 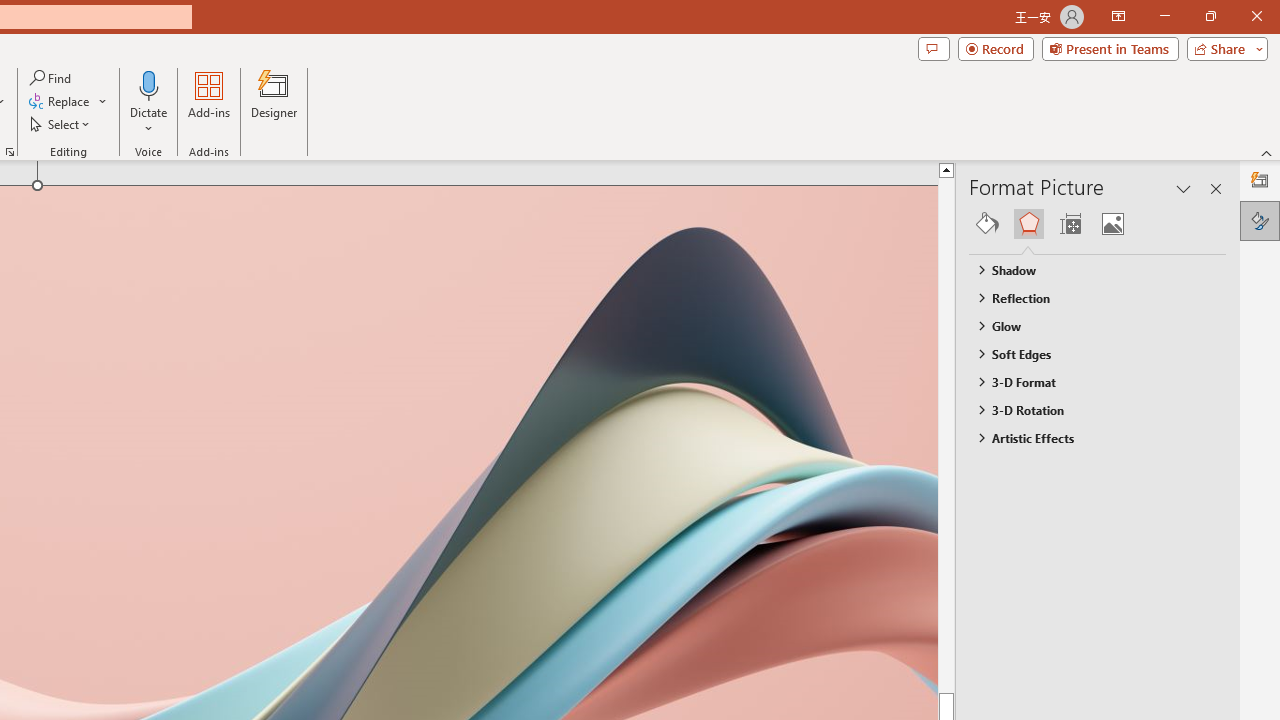 I want to click on 'Size & Properties', so click(x=1069, y=223).